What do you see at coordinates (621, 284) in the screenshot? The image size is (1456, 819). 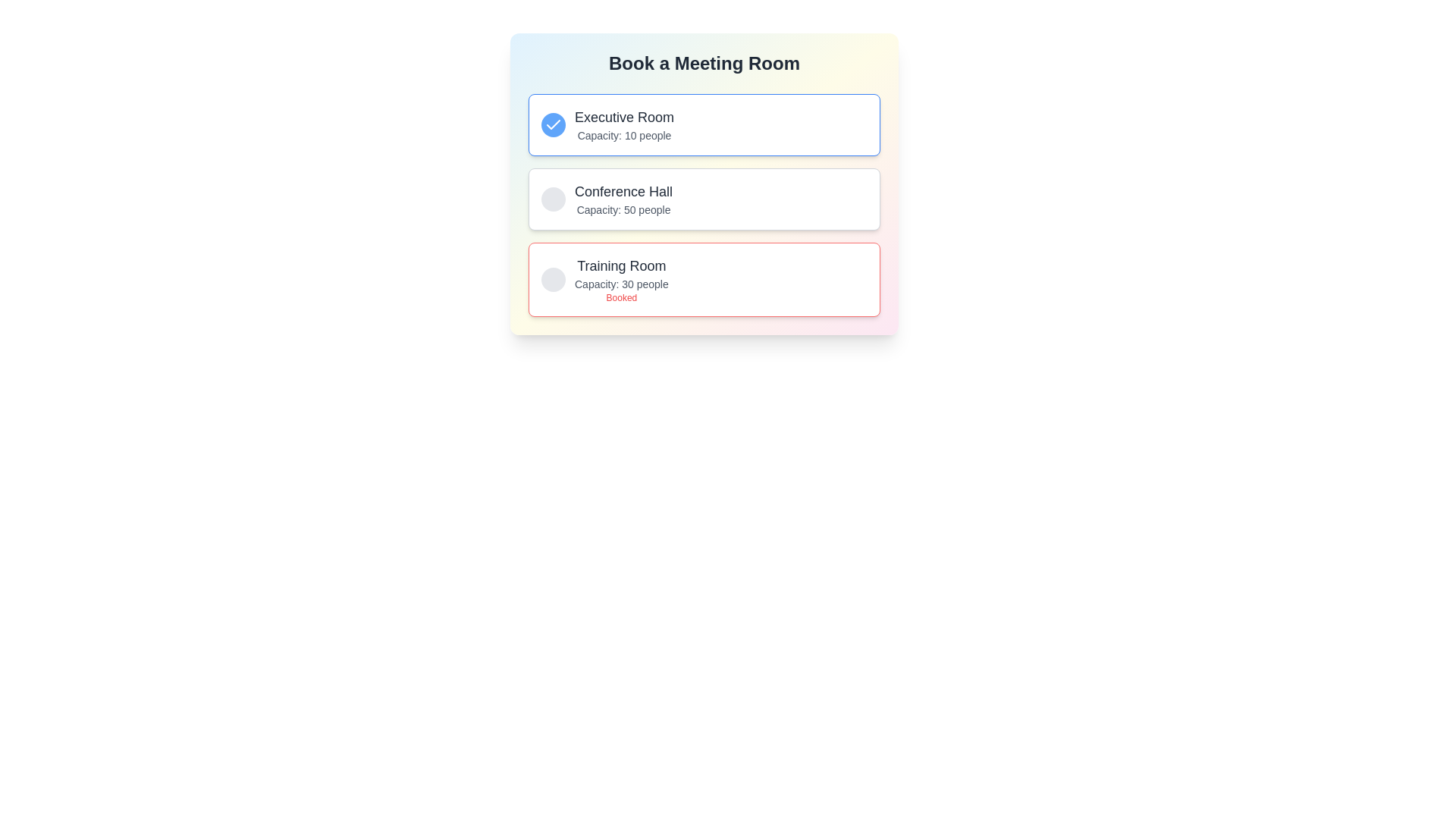 I see `the Text label that provides information about the capacity of the associated room, located below the 'Training Room' title and above the 'Booked' text in the third card element of the 'Book a Meeting Room' section` at bounding box center [621, 284].